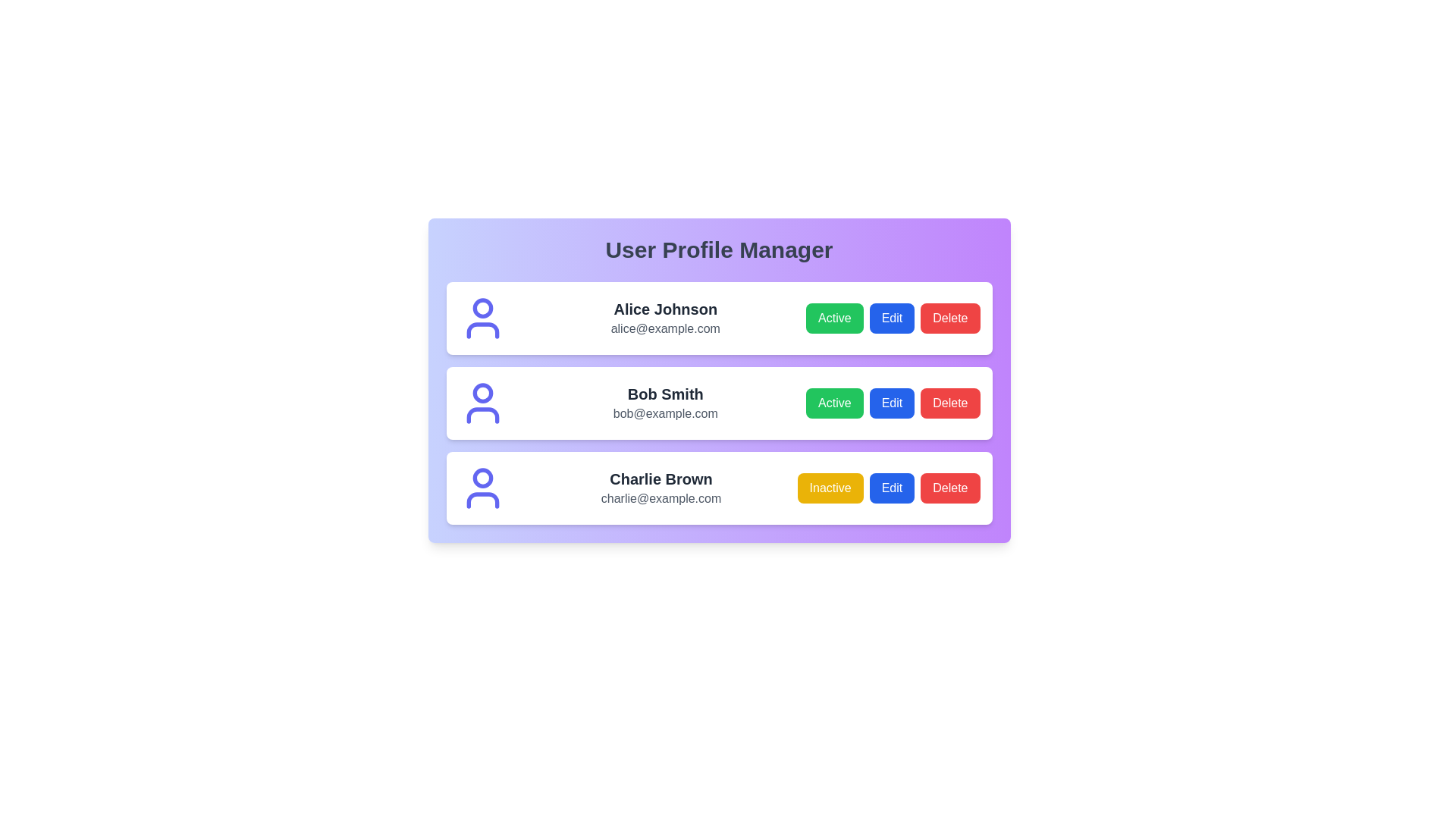 This screenshot has height=819, width=1456. What do you see at coordinates (482, 403) in the screenshot?
I see `the profile icon for Bob Smith` at bounding box center [482, 403].